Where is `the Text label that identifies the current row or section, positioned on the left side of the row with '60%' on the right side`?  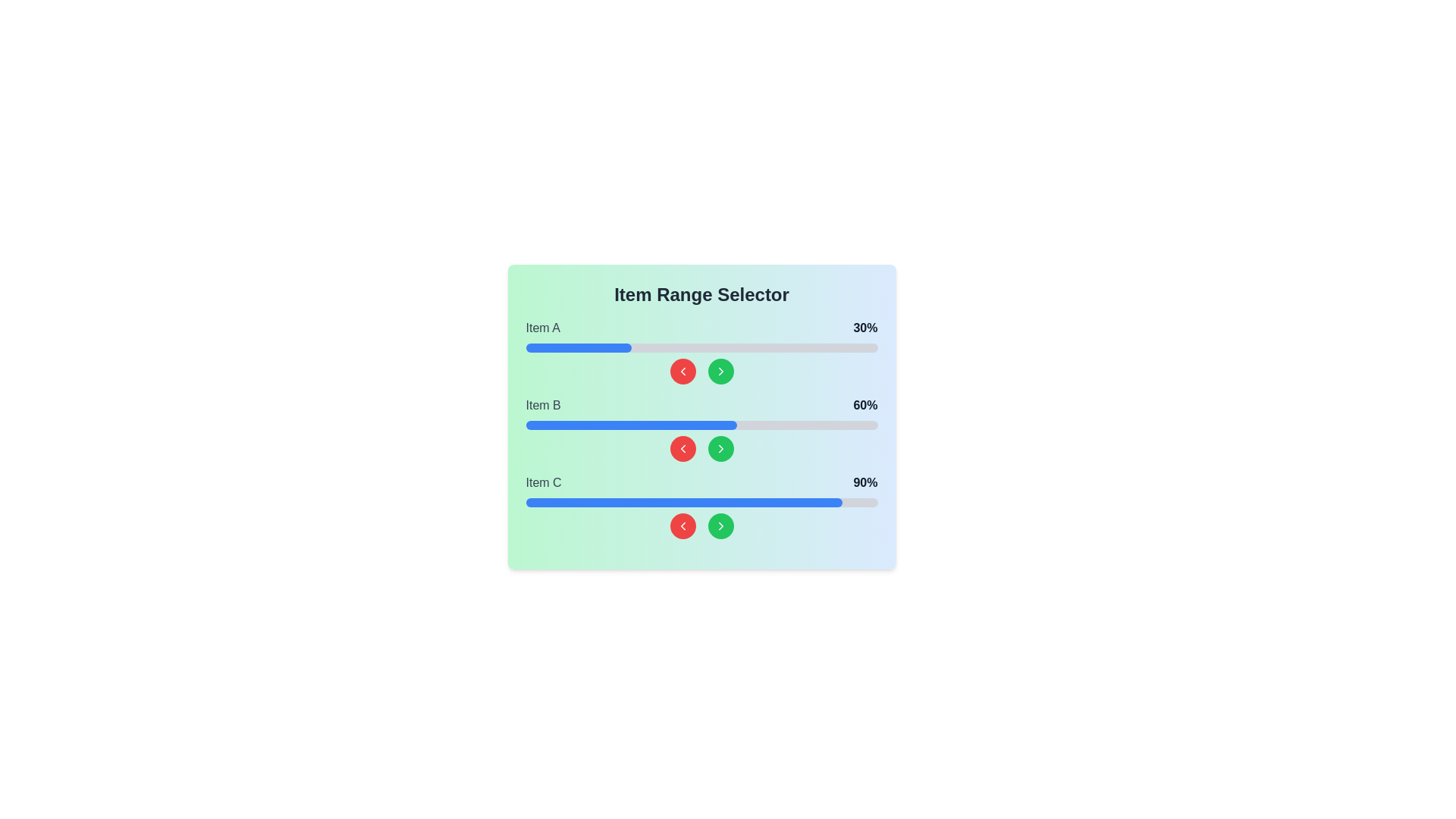
the Text label that identifies the current row or section, positioned on the left side of the row with '60%' on the right side is located at coordinates (543, 405).